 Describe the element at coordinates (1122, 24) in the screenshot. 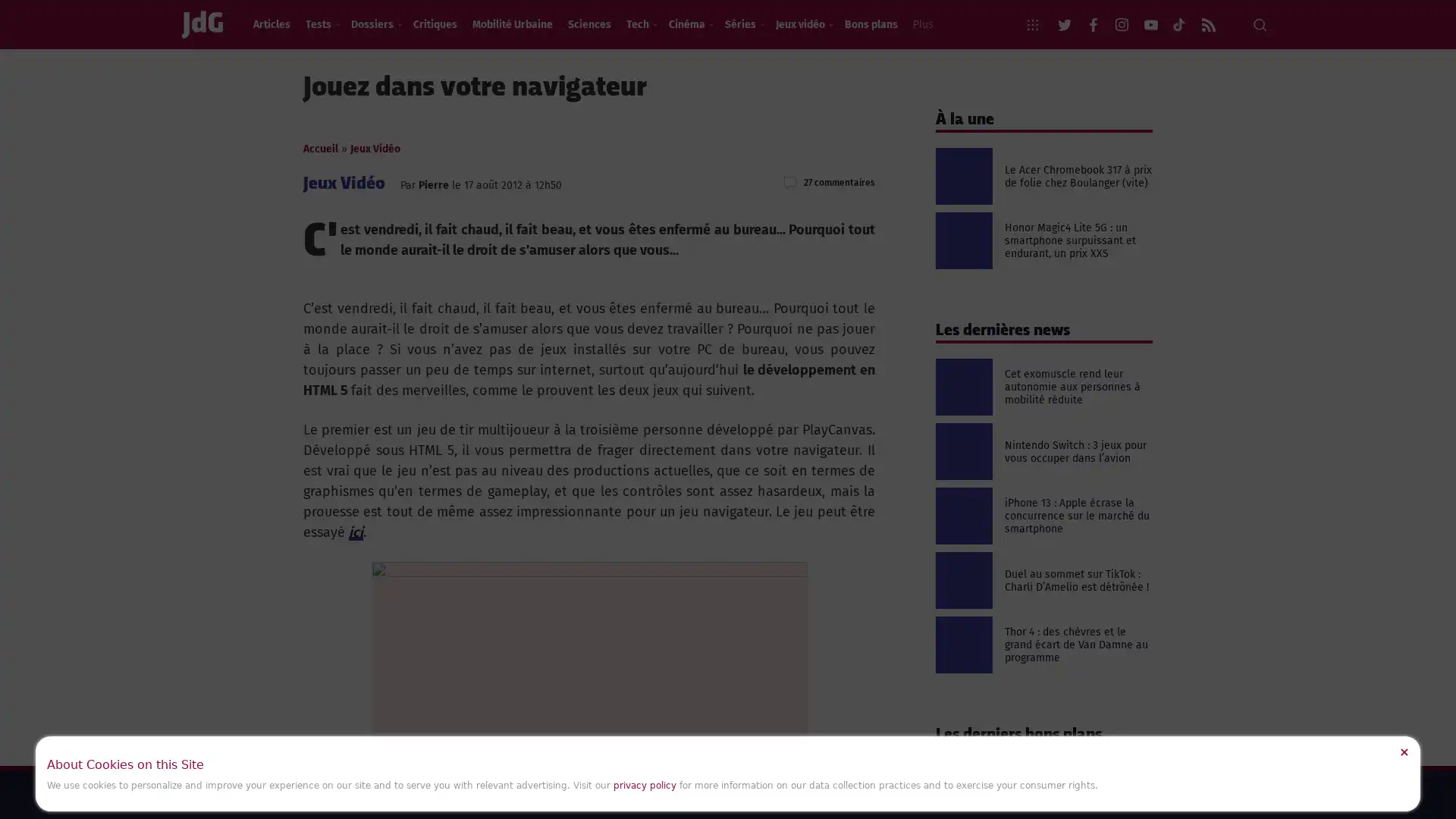

I see `instagram` at that location.